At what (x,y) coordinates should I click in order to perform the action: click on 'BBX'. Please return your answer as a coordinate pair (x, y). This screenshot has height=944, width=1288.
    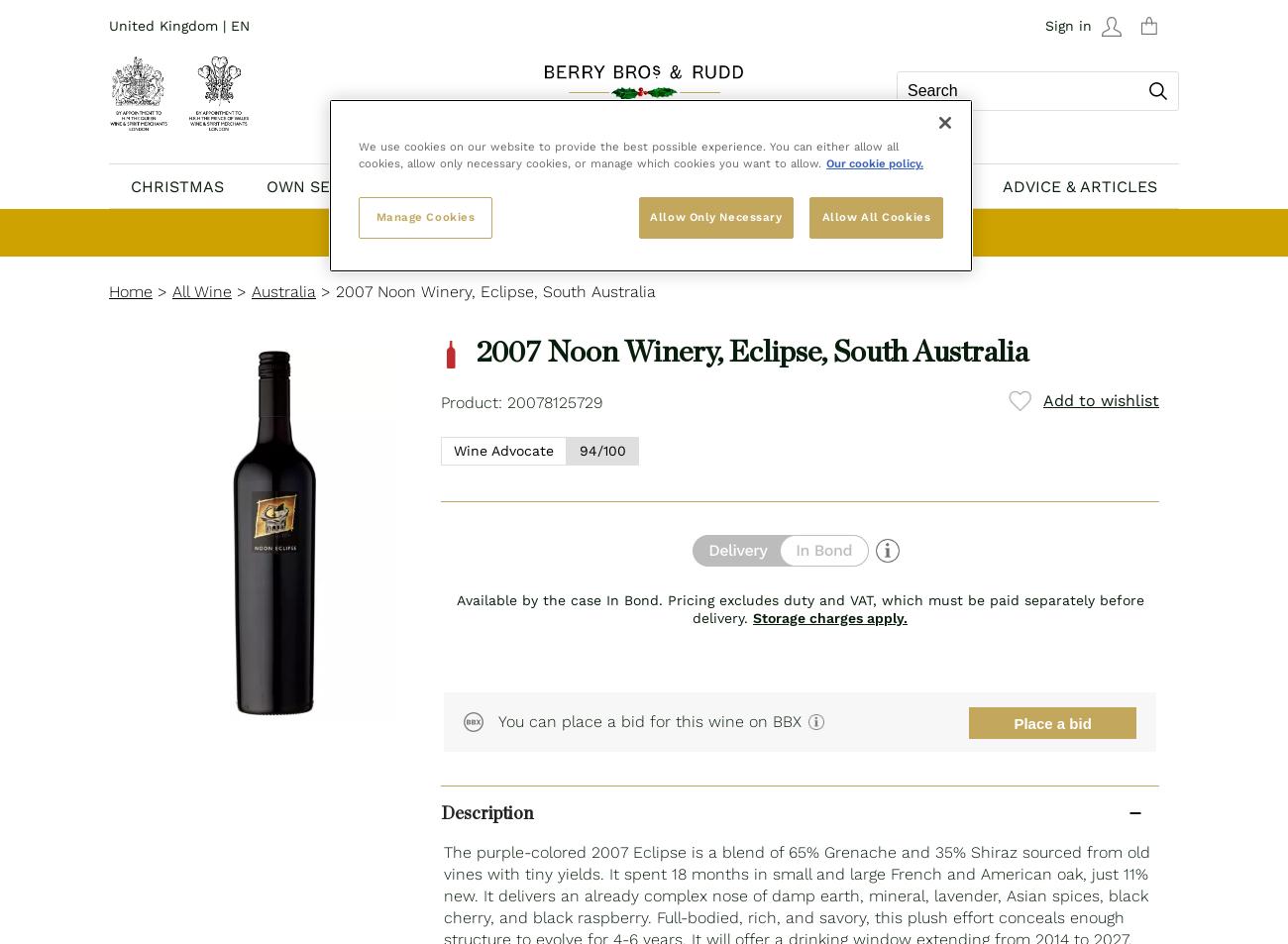
    Looking at the image, I should click on (738, 185).